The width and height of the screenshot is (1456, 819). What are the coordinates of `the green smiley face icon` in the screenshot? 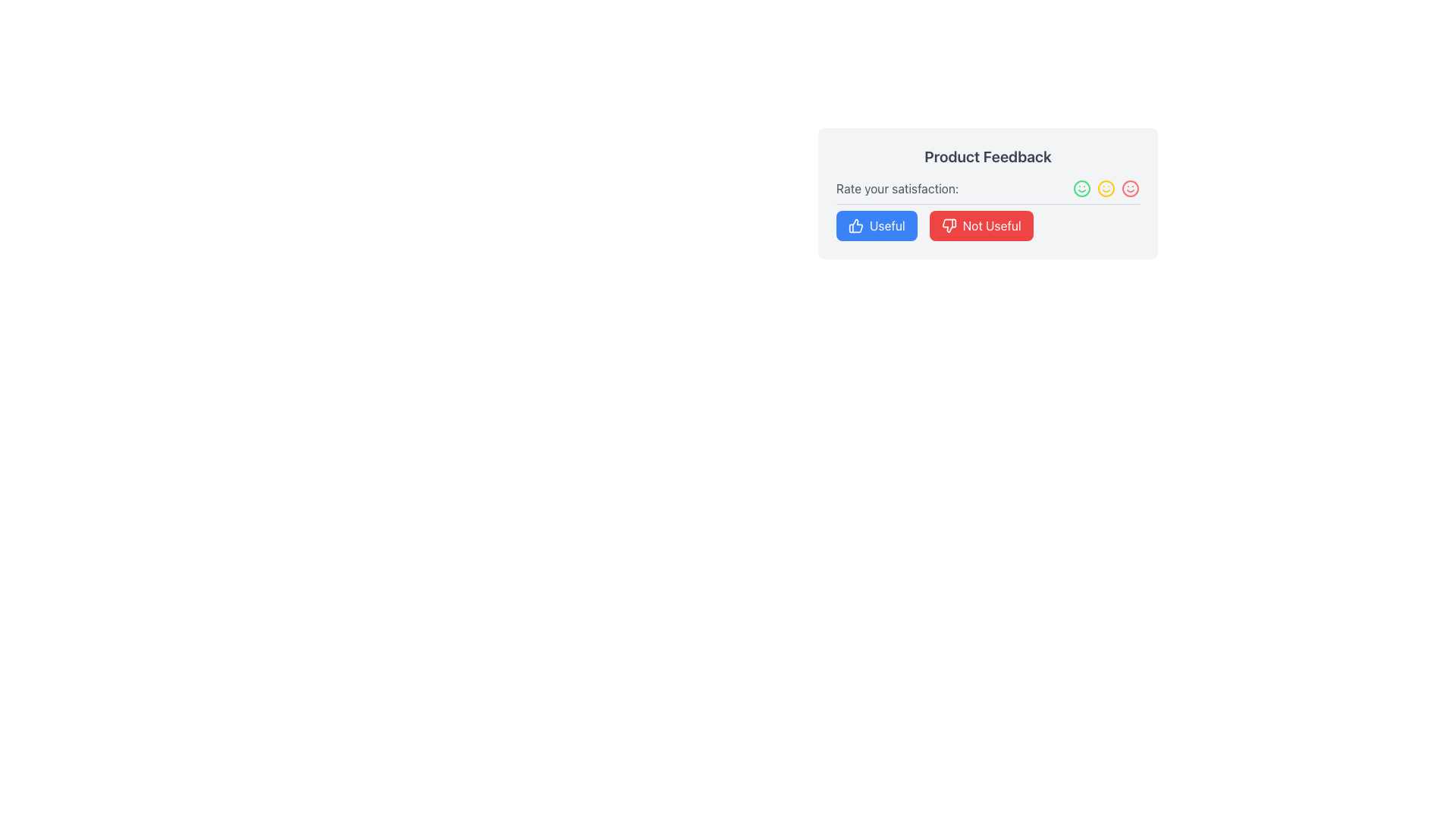 It's located at (1081, 188).